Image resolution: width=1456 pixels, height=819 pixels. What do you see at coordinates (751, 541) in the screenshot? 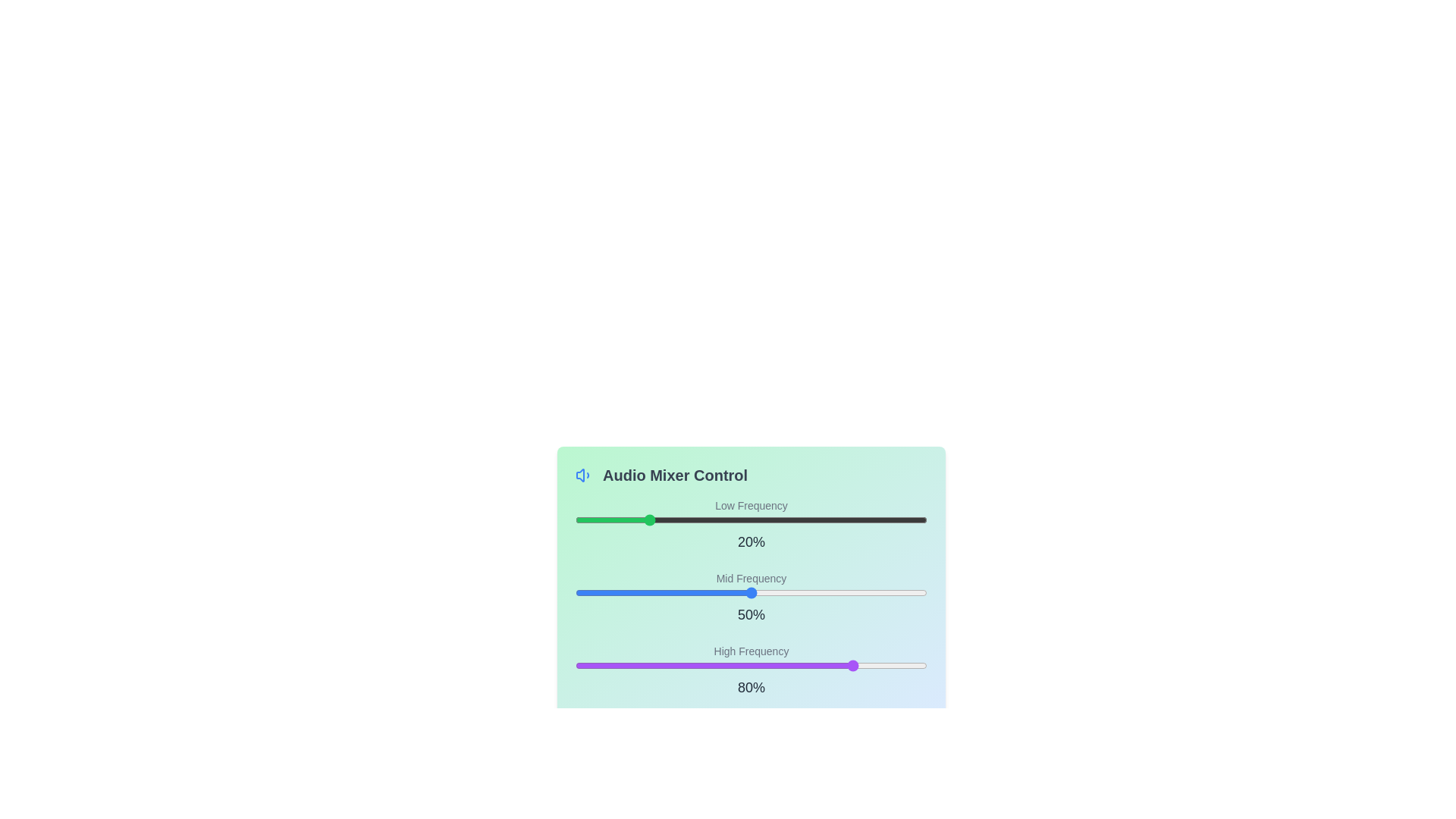
I see `the static text label displaying '20%' located beneath the green slider for the 'Low Frequency' setting` at bounding box center [751, 541].